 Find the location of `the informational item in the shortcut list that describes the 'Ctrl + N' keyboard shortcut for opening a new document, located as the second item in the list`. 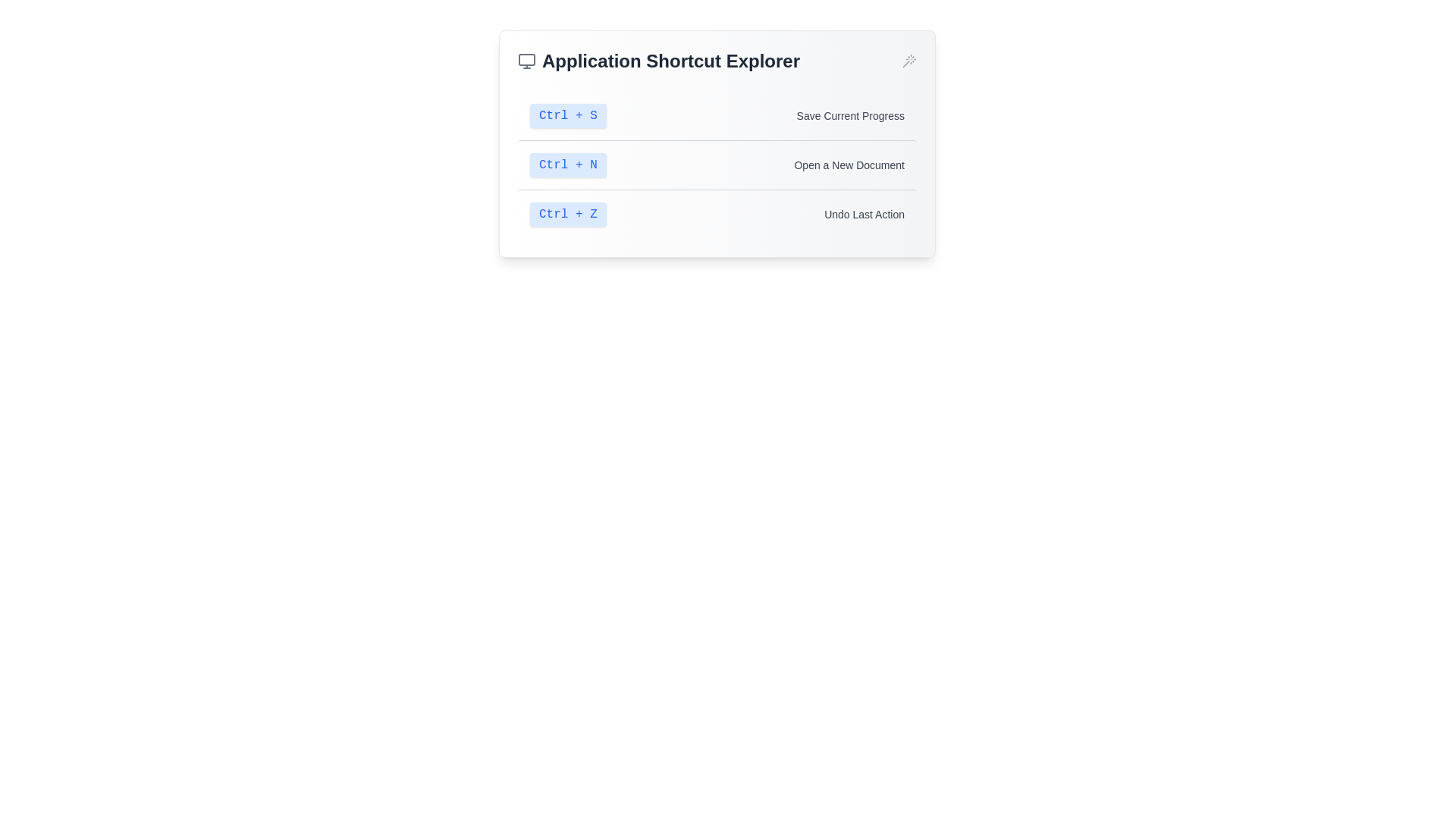

the informational item in the shortcut list that describes the 'Ctrl + N' keyboard shortcut for opening a new document, located as the second item in the list is located at coordinates (716, 165).